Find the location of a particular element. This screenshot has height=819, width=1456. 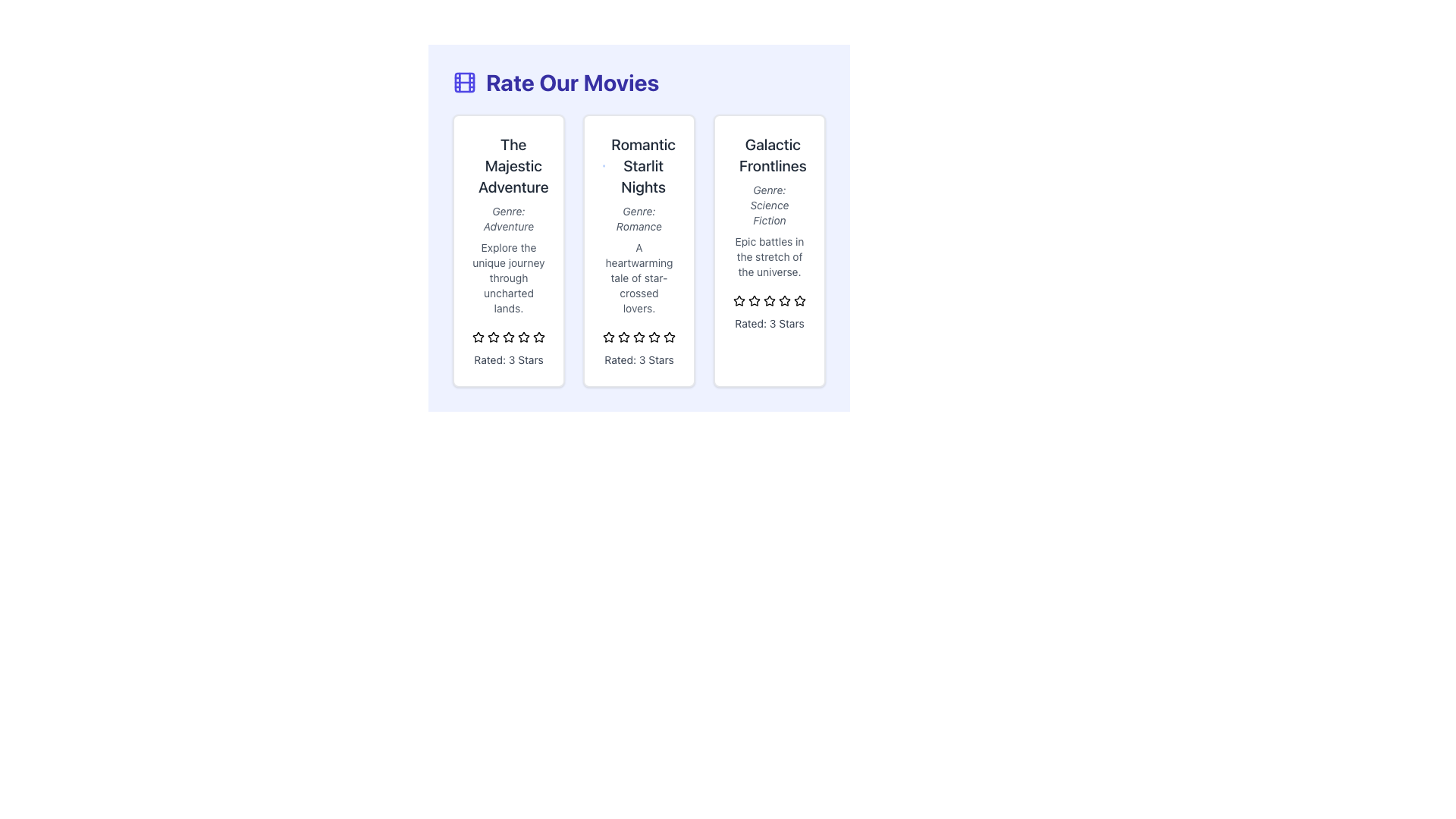

genre information displayed in the light gray italic text label 'Genre: Science Fiction' located below the title 'Galactic Frontlines' and above the description text is located at coordinates (769, 205).